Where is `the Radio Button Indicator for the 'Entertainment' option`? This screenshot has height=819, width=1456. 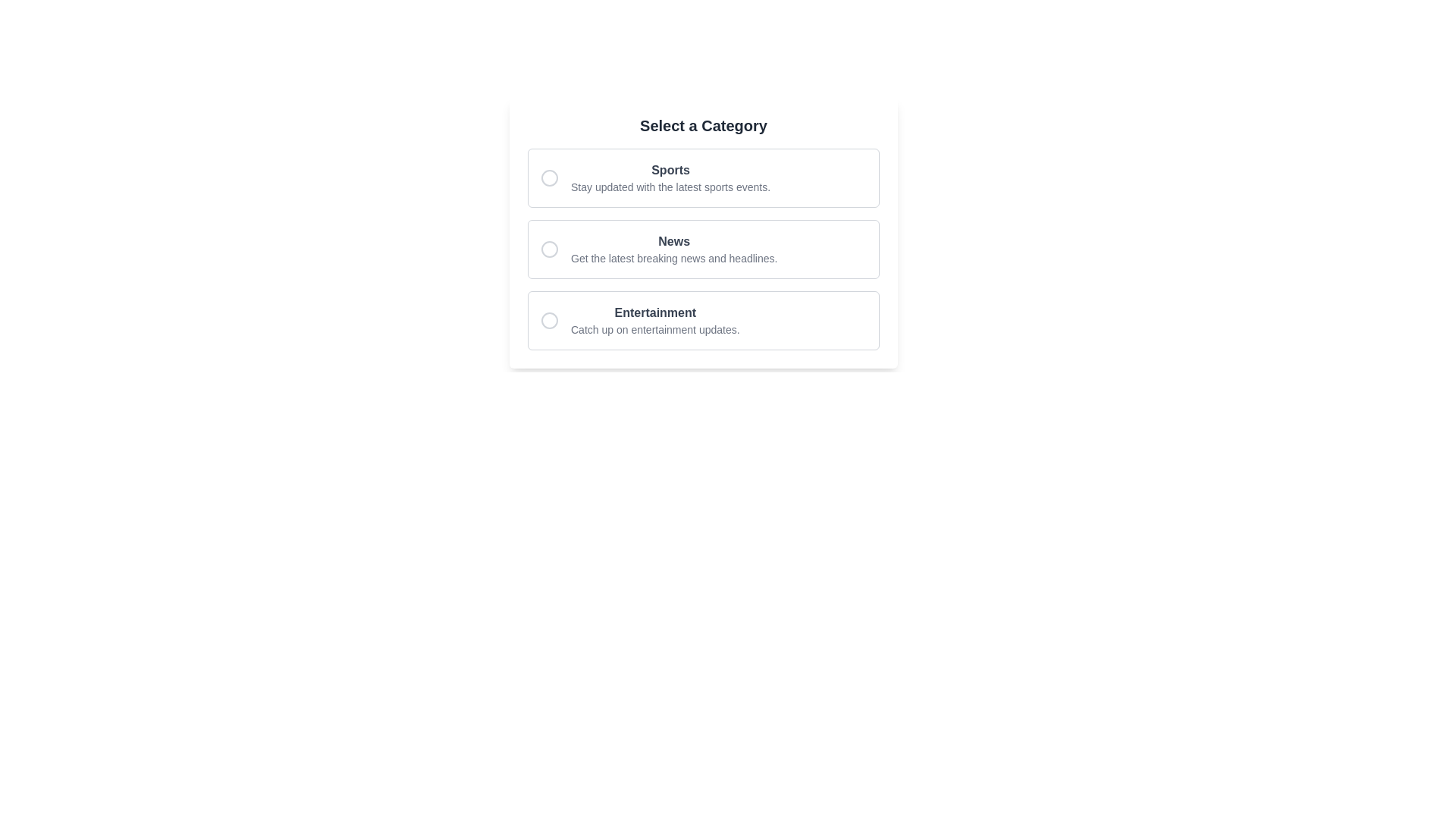 the Radio Button Indicator for the 'Entertainment' option is located at coordinates (548, 320).